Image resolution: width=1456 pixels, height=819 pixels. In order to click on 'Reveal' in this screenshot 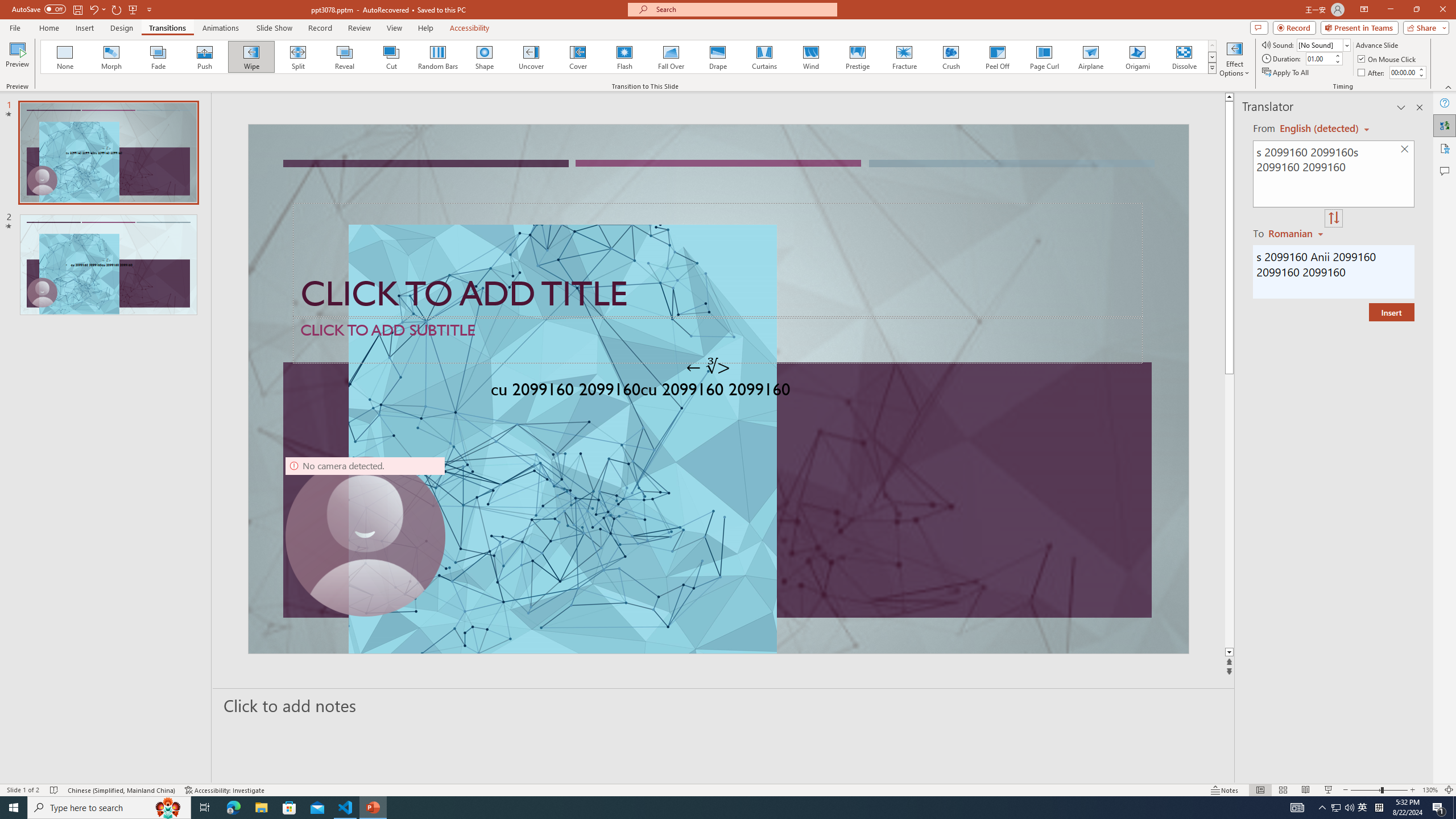, I will do `click(345, 56)`.